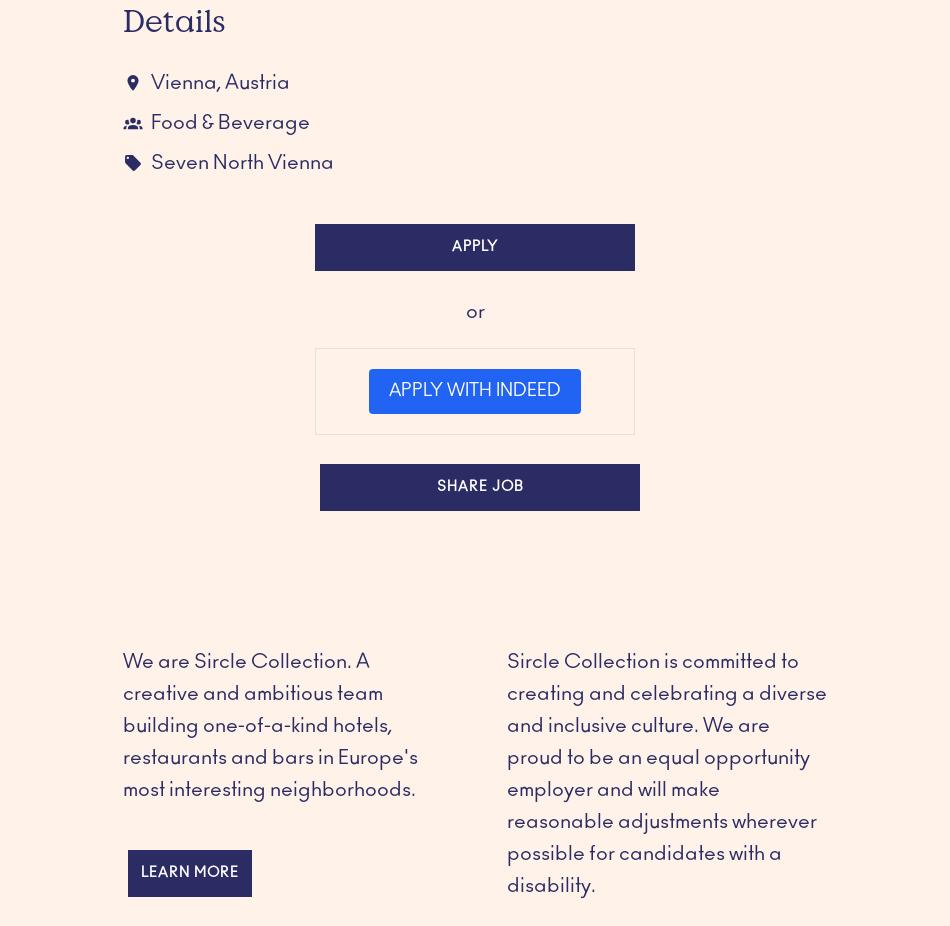  I want to click on 'Austria', so click(224, 81).